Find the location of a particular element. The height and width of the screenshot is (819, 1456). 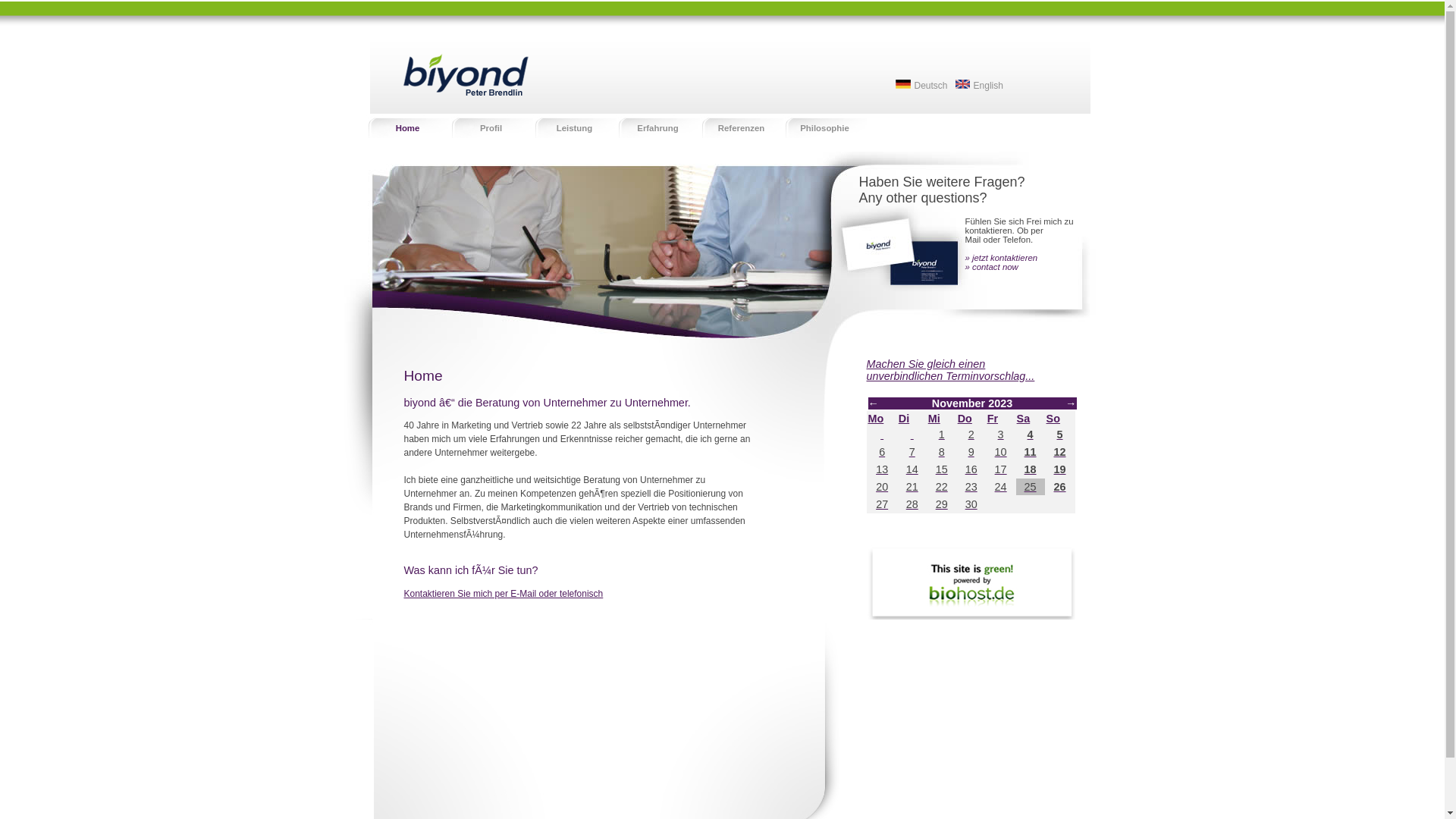

'22' is located at coordinates (941, 486).